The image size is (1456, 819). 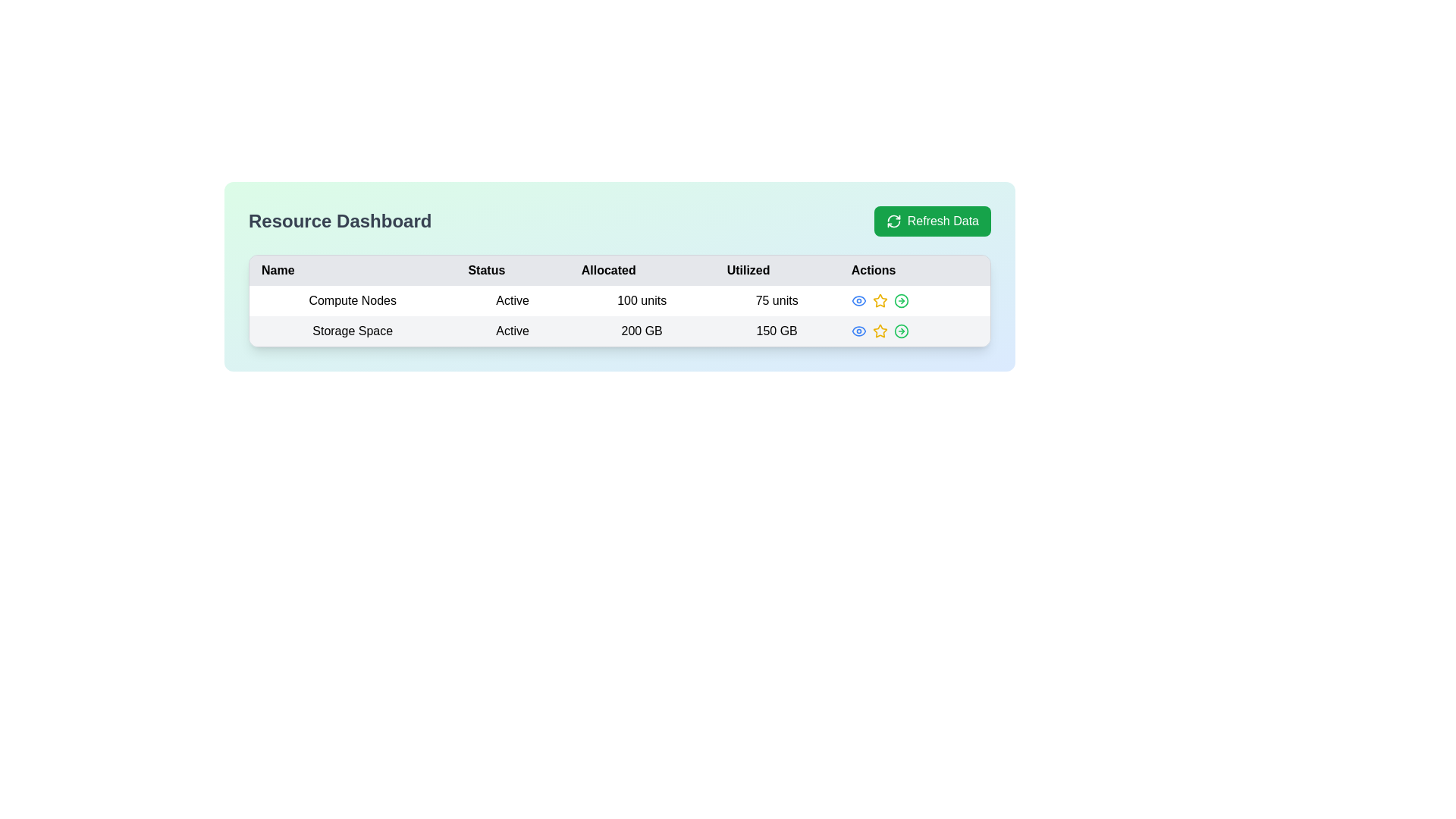 What do you see at coordinates (893, 221) in the screenshot?
I see `the circular refresh icon within the green 'Refresh Data' button located at the top-right corner of the interface` at bounding box center [893, 221].